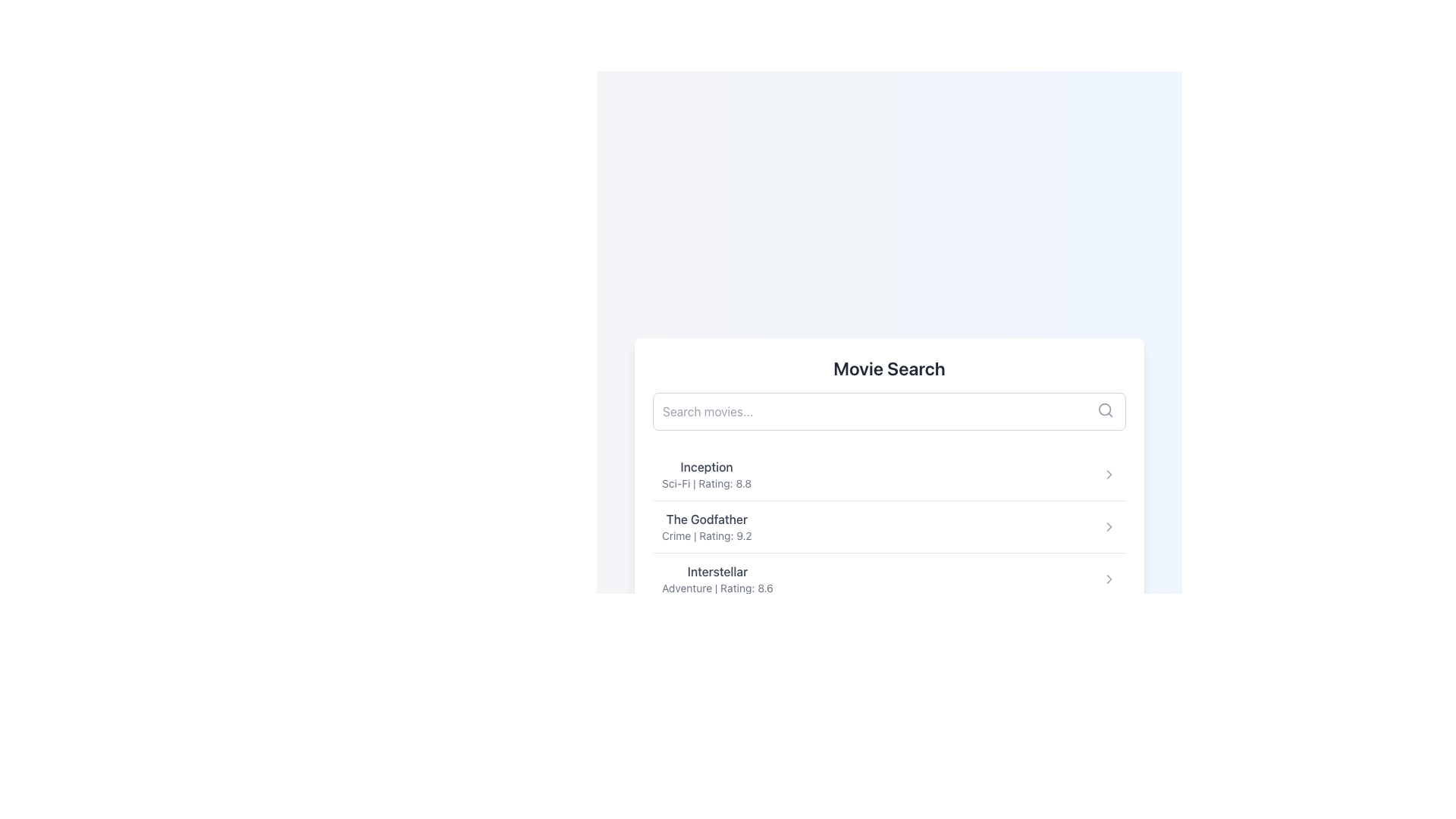  Describe the element at coordinates (1105, 409) in the screenshot. I see `the circular lens component of the magnifying glass icon located at the far right of the search bar` at that location.